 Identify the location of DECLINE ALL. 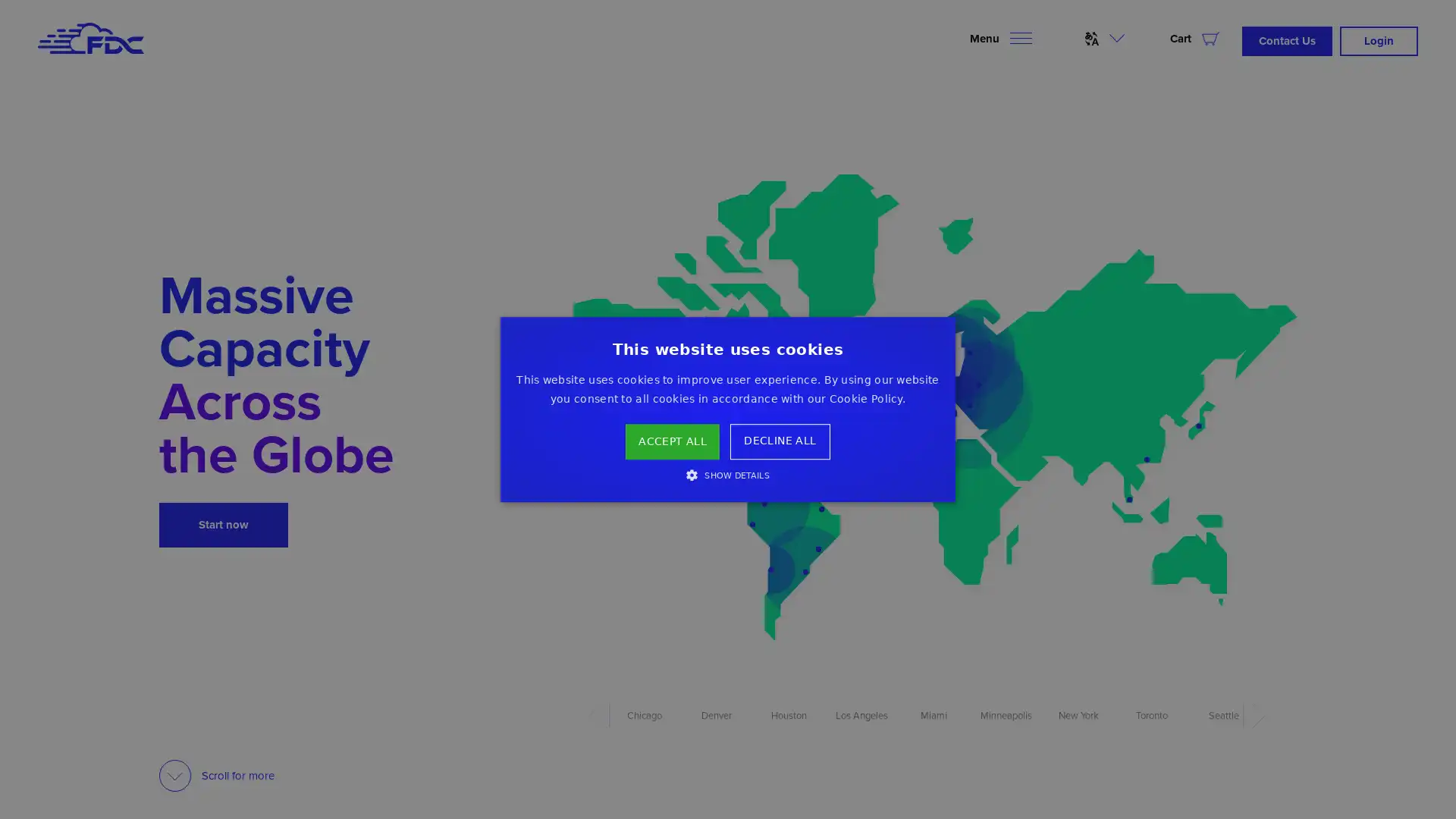
(780, 441).